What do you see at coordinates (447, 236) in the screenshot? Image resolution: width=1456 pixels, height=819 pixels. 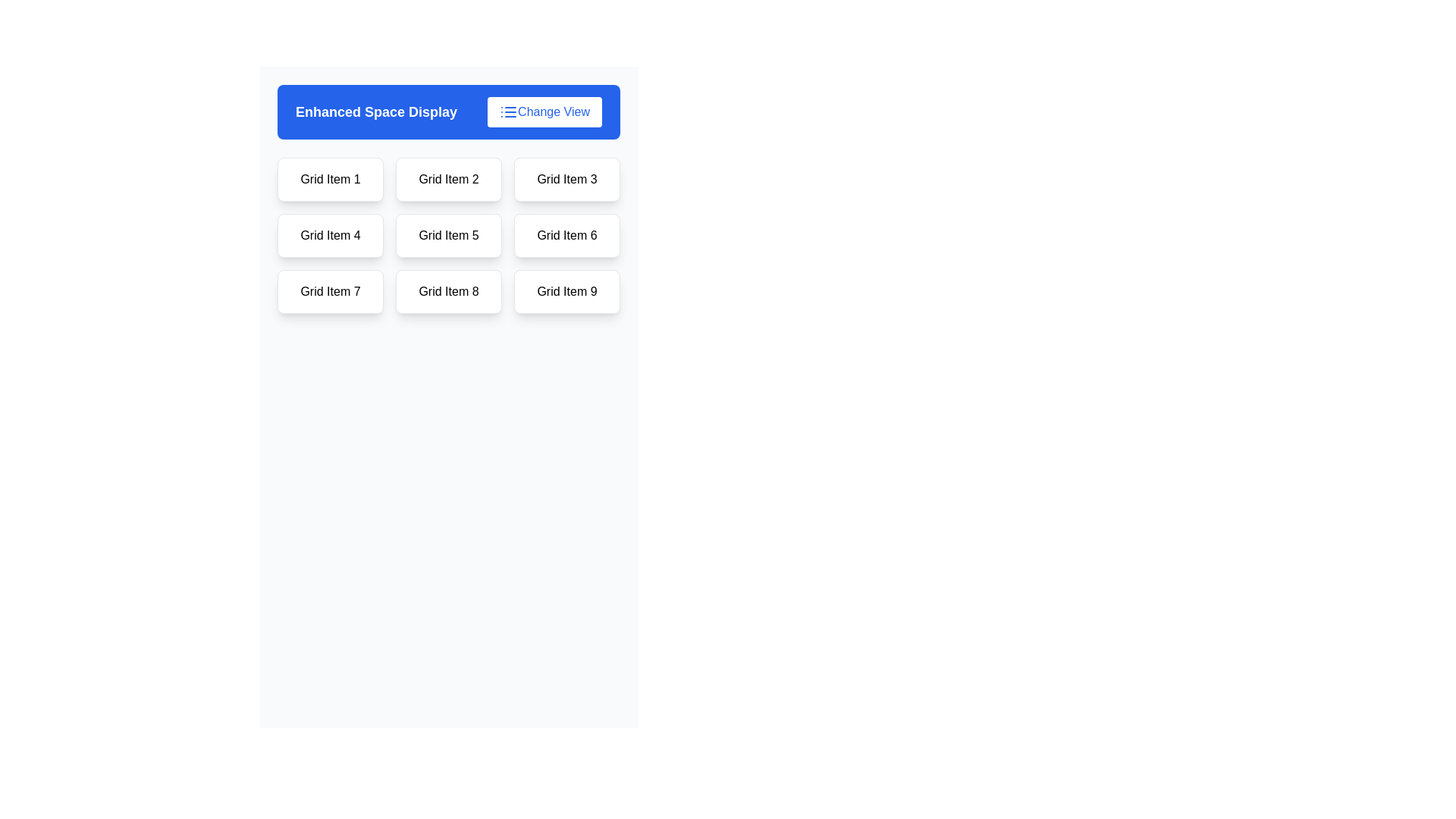 I see `the fifth grid item, which is centrally located in the middle row of a 3x3 grid layout, positioned between 'Grid Item 4' and 'Grid Item 6', below the blue header labeled 'Enhanced Space Display'` at bounding box center [447, 236].